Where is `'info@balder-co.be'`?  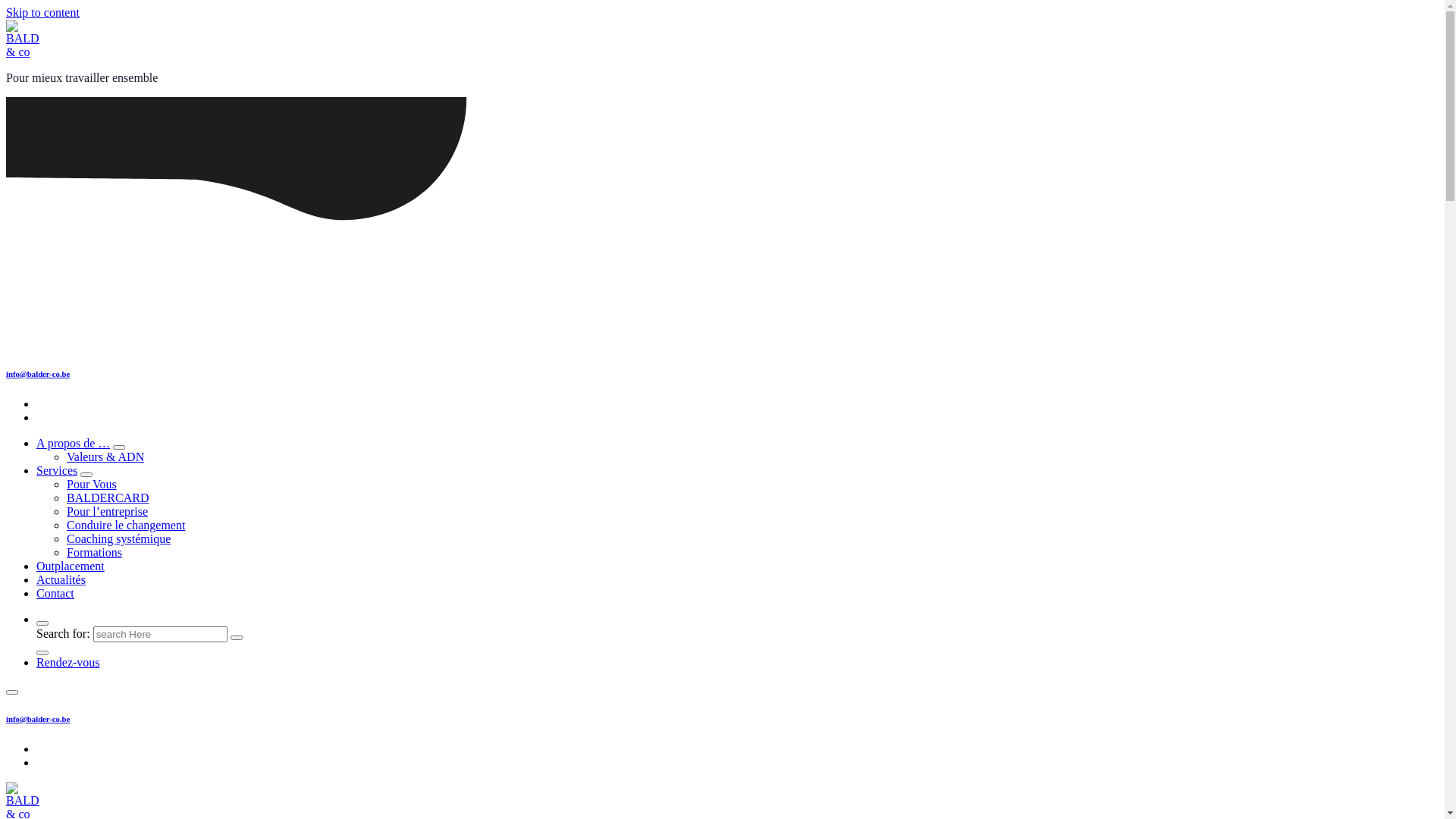 'info@balder-co.be' is located at coordinates (37, 374).